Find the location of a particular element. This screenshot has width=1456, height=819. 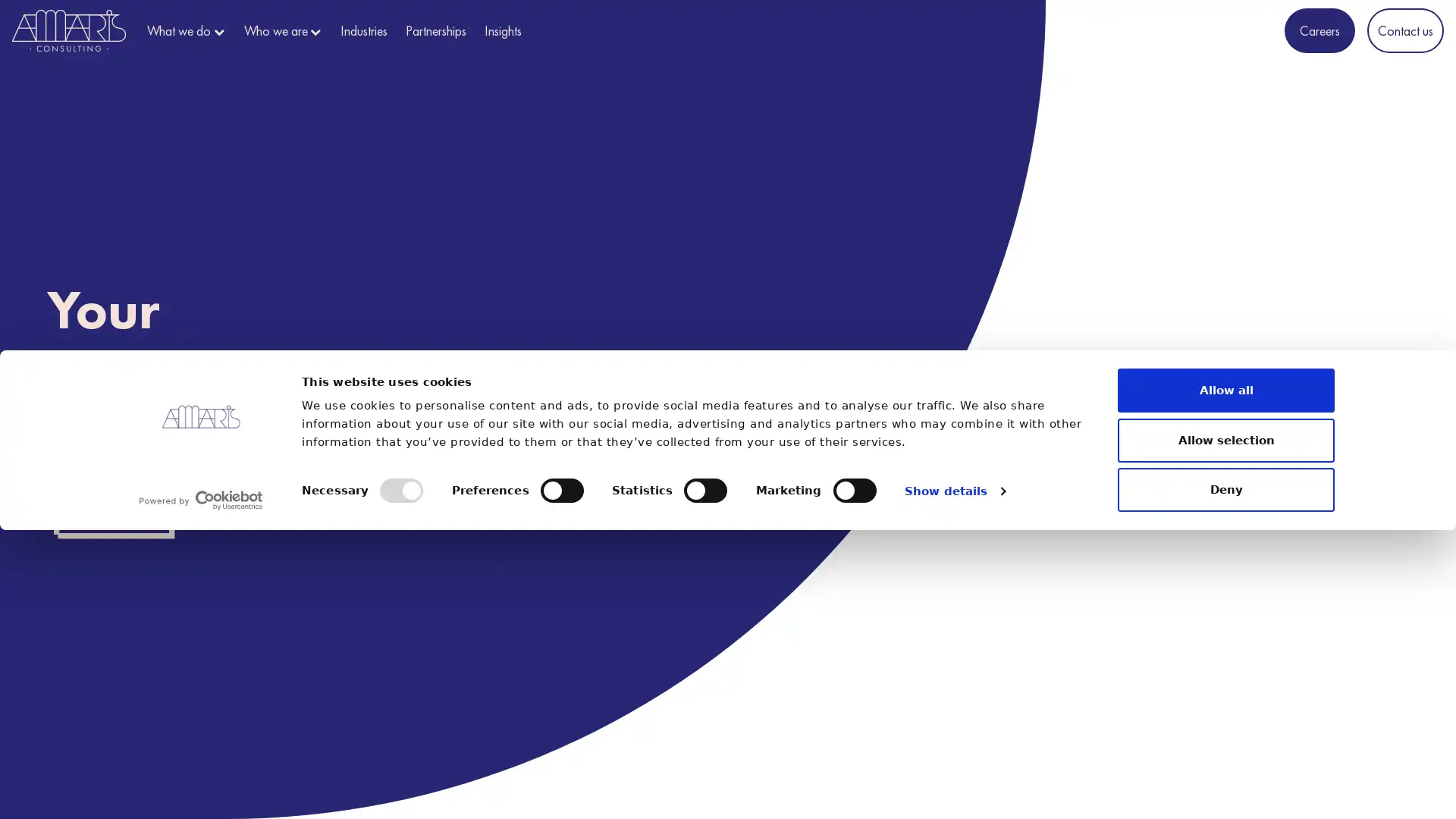

Careers is located at coordinates (1319, 30).